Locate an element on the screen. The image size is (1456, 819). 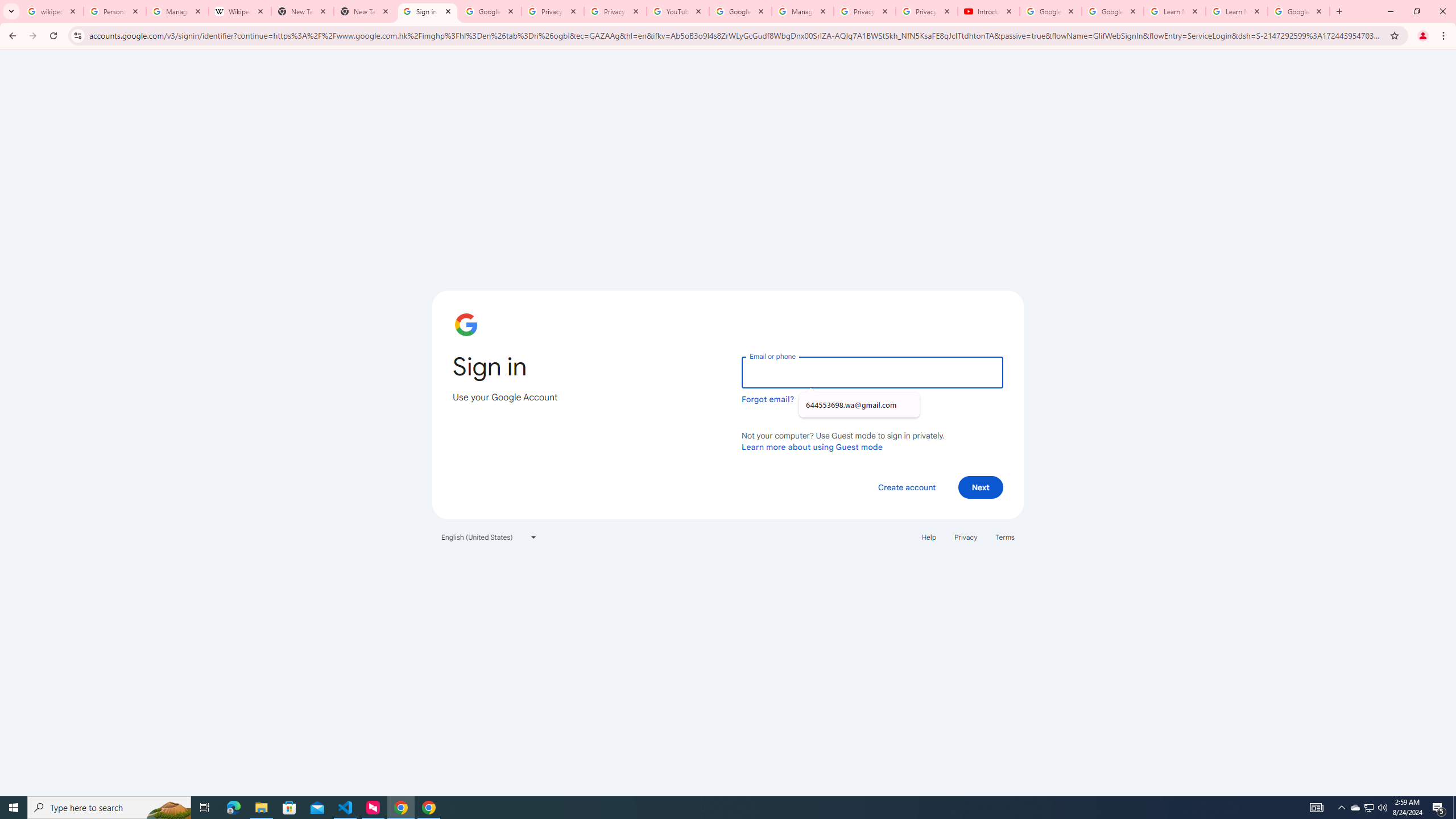
'Email or phone' is located at coordinates (871, 372).